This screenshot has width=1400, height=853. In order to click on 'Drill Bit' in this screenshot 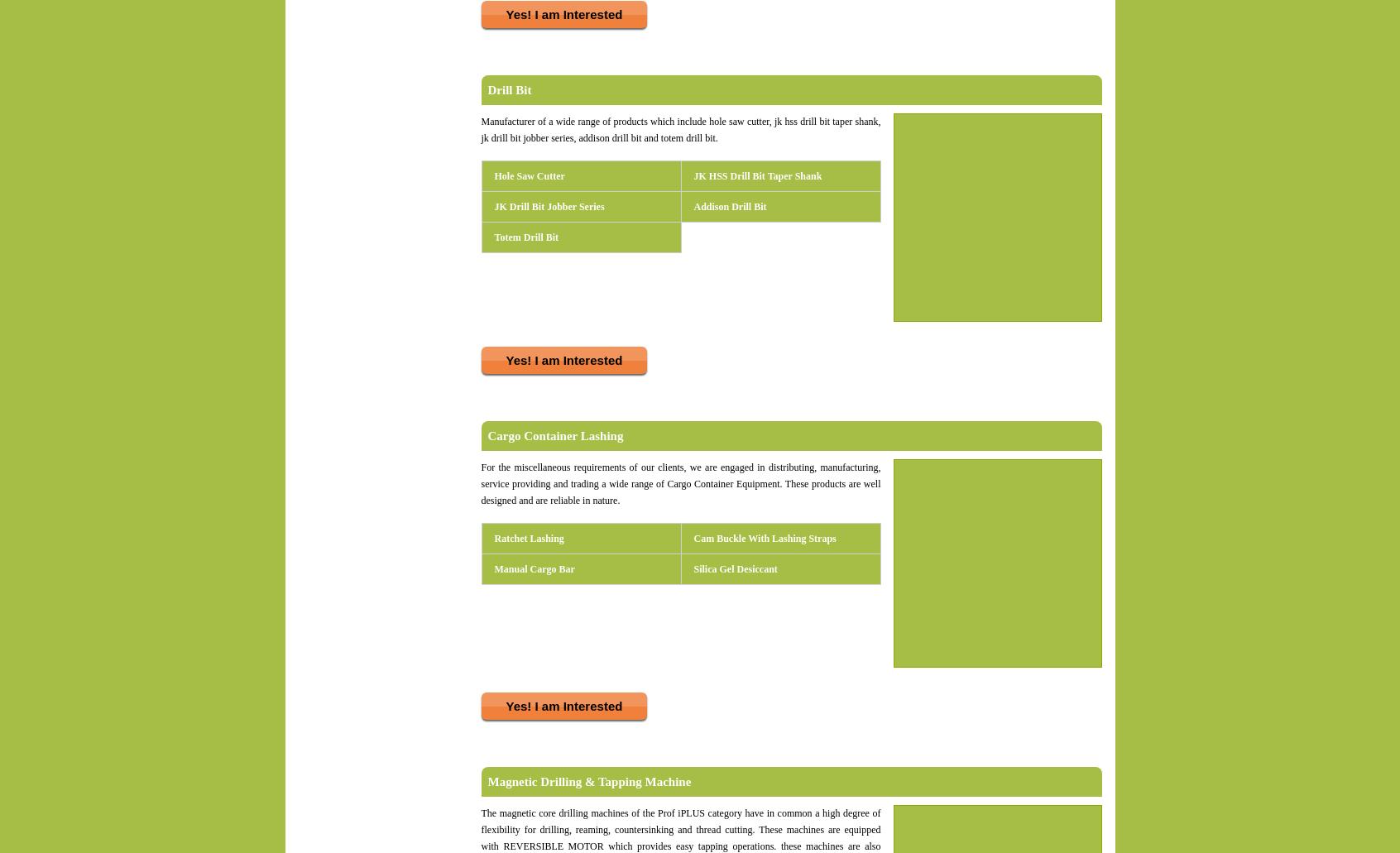, I will do `click(508, 89)`.